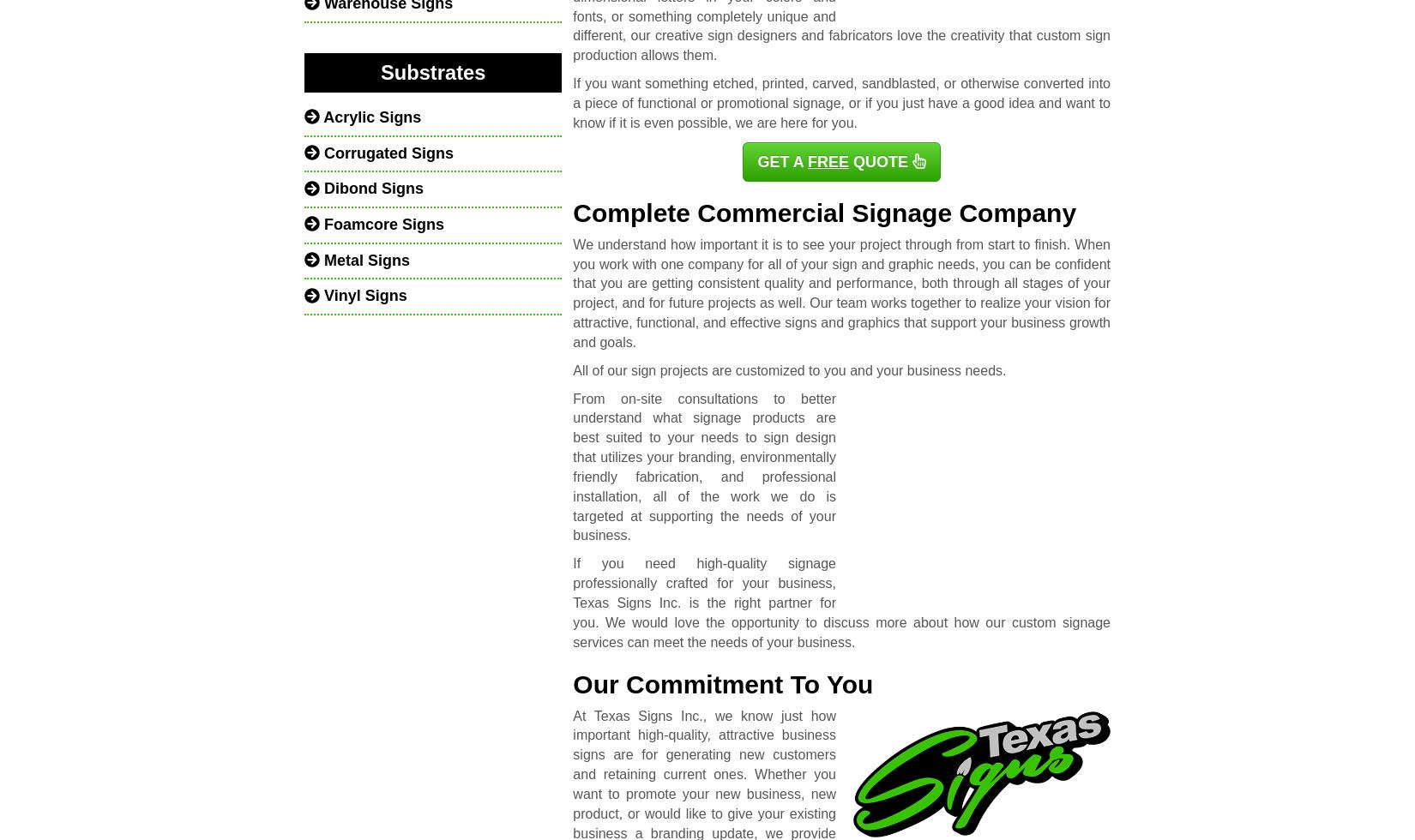 The image size is (1415, 840). Describe the element at coordinates (320, 189) in the screenshot. I see `'Dibond Signs'` at that location.